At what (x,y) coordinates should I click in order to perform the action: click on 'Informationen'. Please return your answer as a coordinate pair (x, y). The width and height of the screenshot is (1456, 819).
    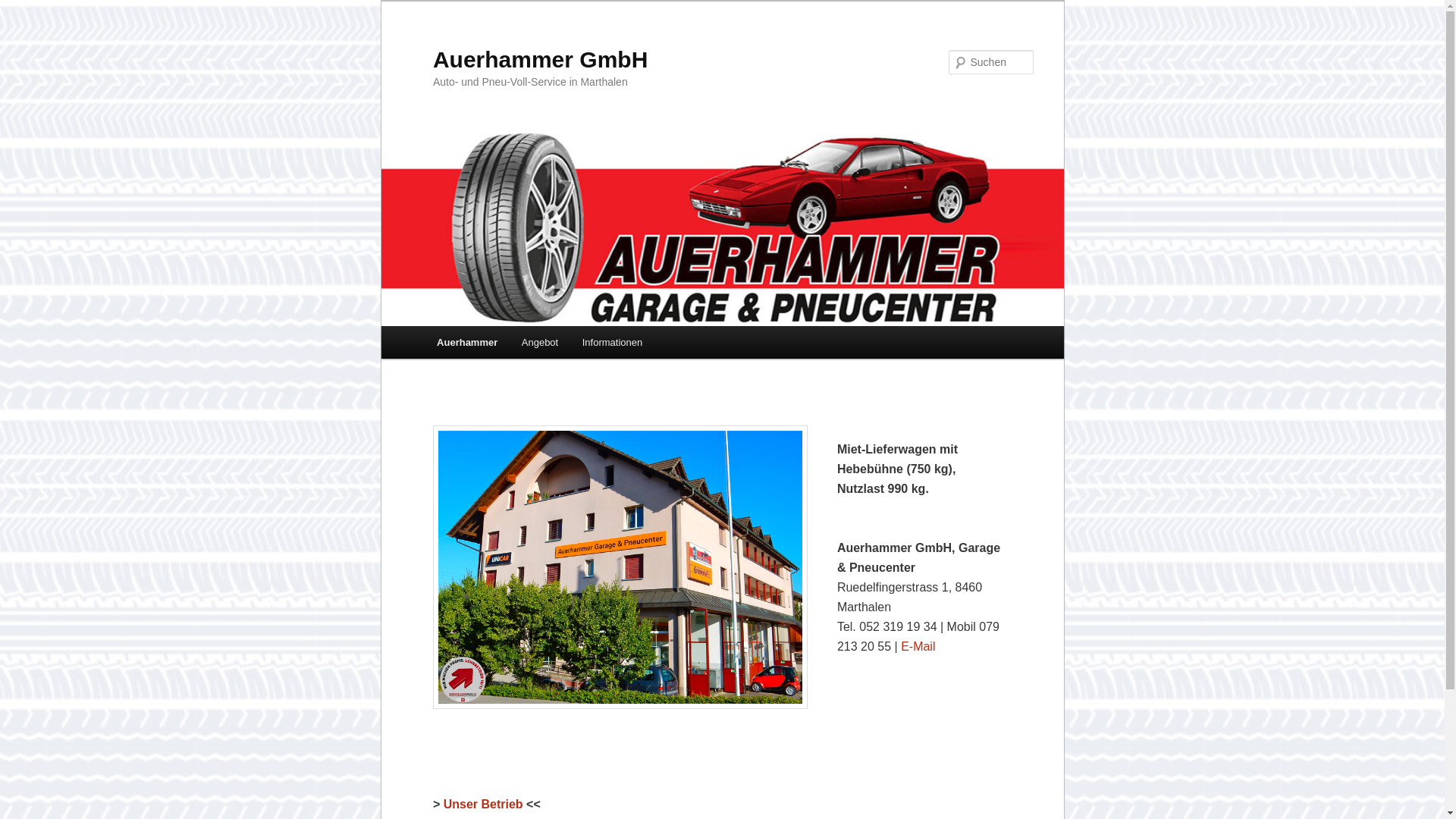
    Looking at the image, I should click on (612, 342).